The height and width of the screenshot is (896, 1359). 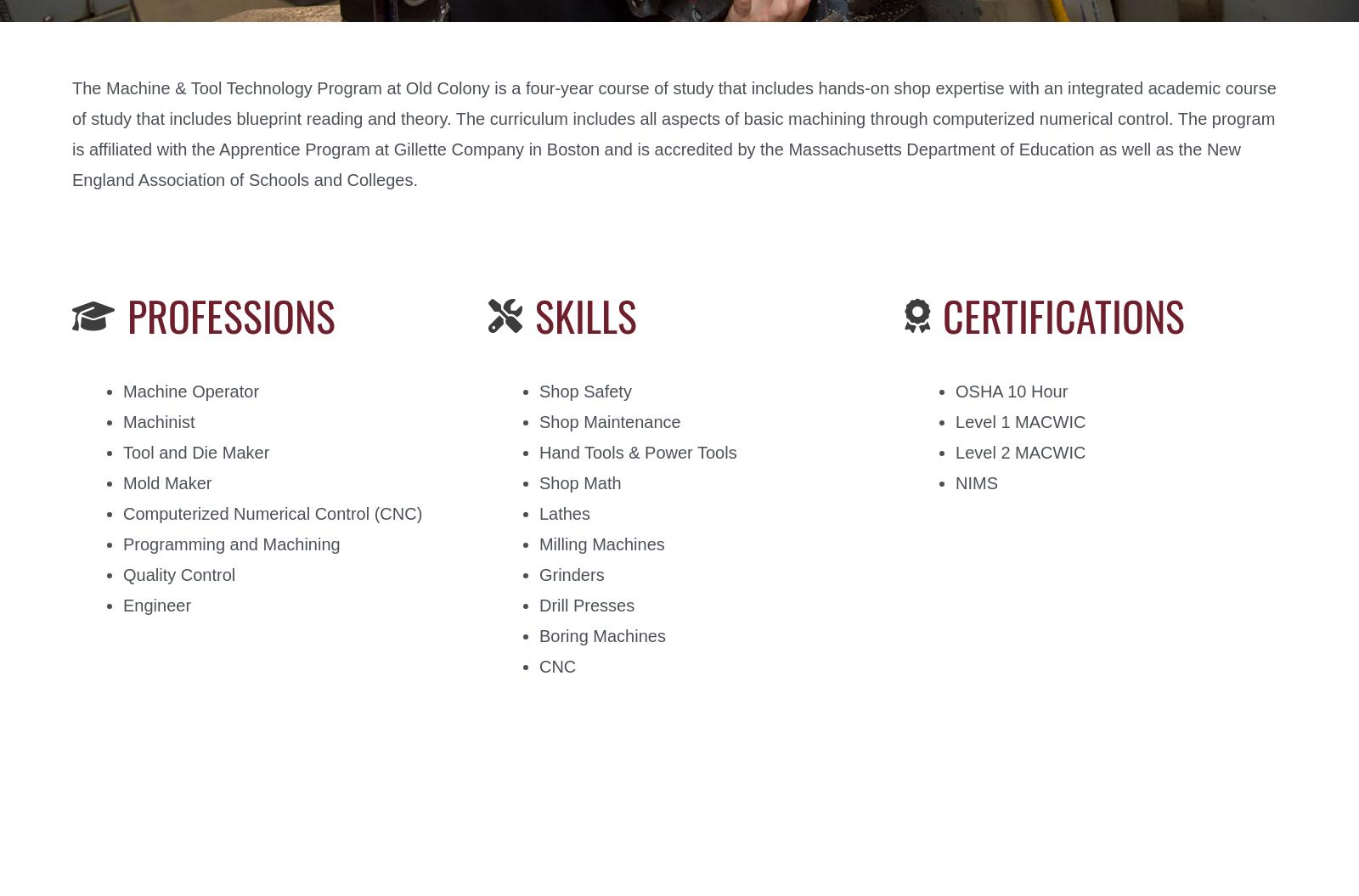 What do you see at coordinates (557, 666) in the screenshot?
I see `'CNC'` at bounding box center [557, 666].